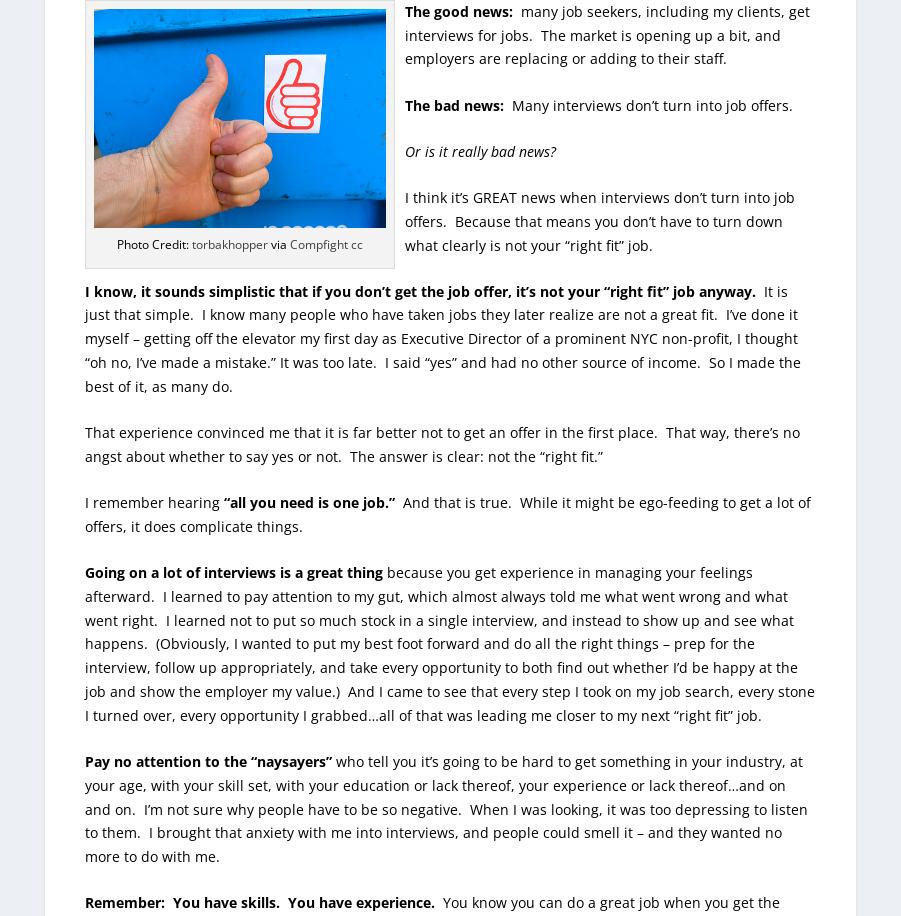 The image size is (901, 916). Describe the element at coordinates (648, 103) in the screenshot. I see `'Many interviews don’t turn into job offers.'` at that location.